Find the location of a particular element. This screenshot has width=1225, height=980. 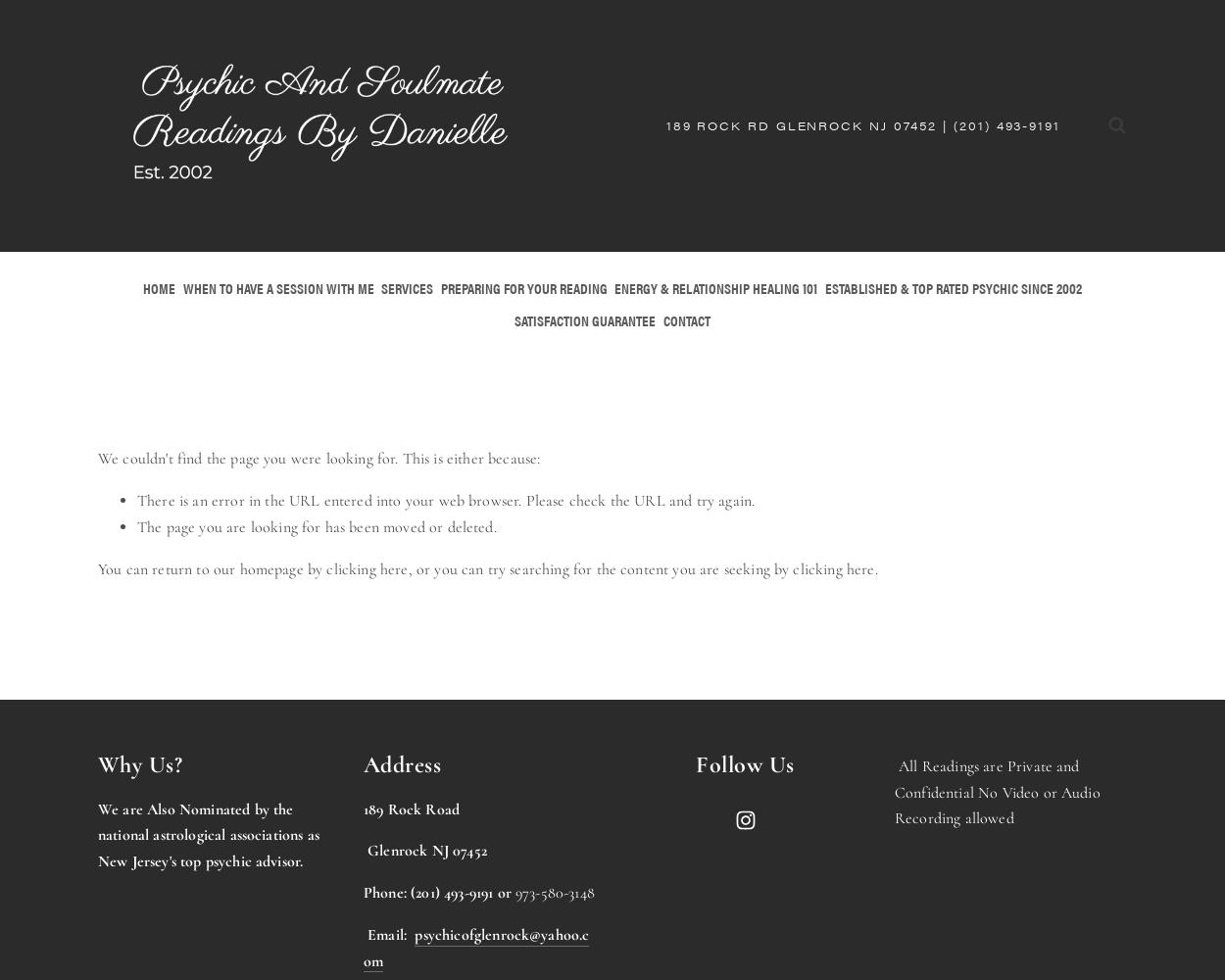

', or you can try searching for the
  content you are seeking by' is located at coordinates (599, 567).